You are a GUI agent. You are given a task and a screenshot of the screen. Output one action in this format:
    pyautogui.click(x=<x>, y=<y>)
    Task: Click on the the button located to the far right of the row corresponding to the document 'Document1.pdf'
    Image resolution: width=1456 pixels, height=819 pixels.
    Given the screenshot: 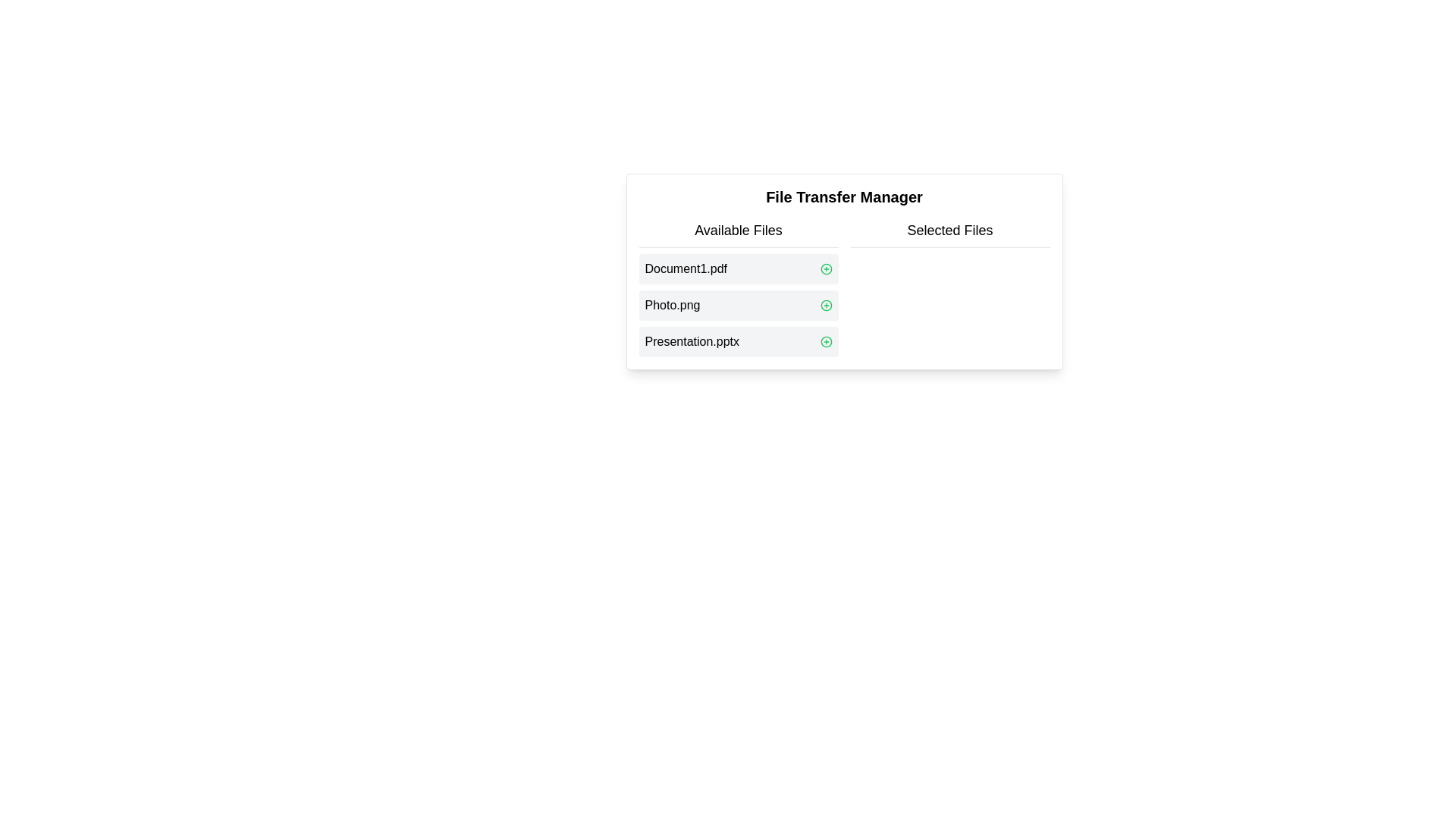 What is the action you would take?
    pyautogui.click(x=825, y=268)
    